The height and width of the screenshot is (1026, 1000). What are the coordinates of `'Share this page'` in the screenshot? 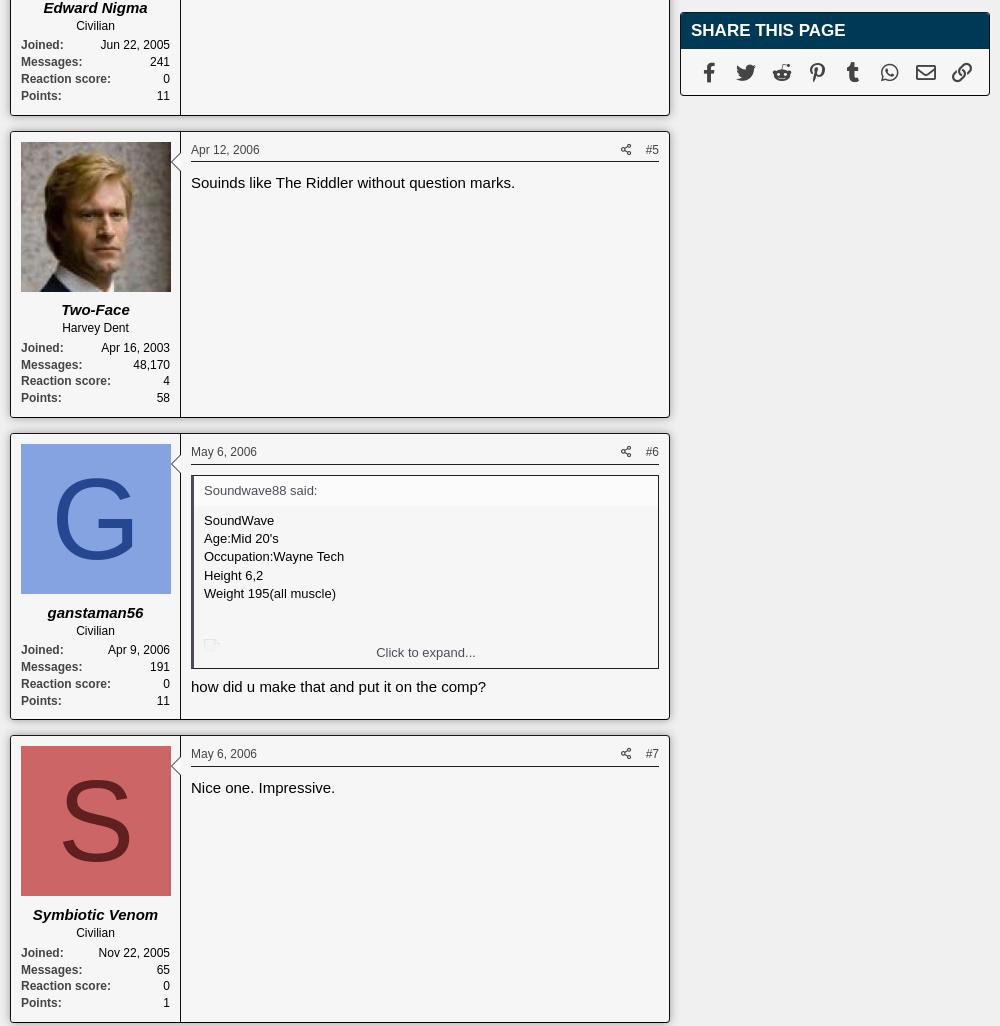 It's located at (690, 30).